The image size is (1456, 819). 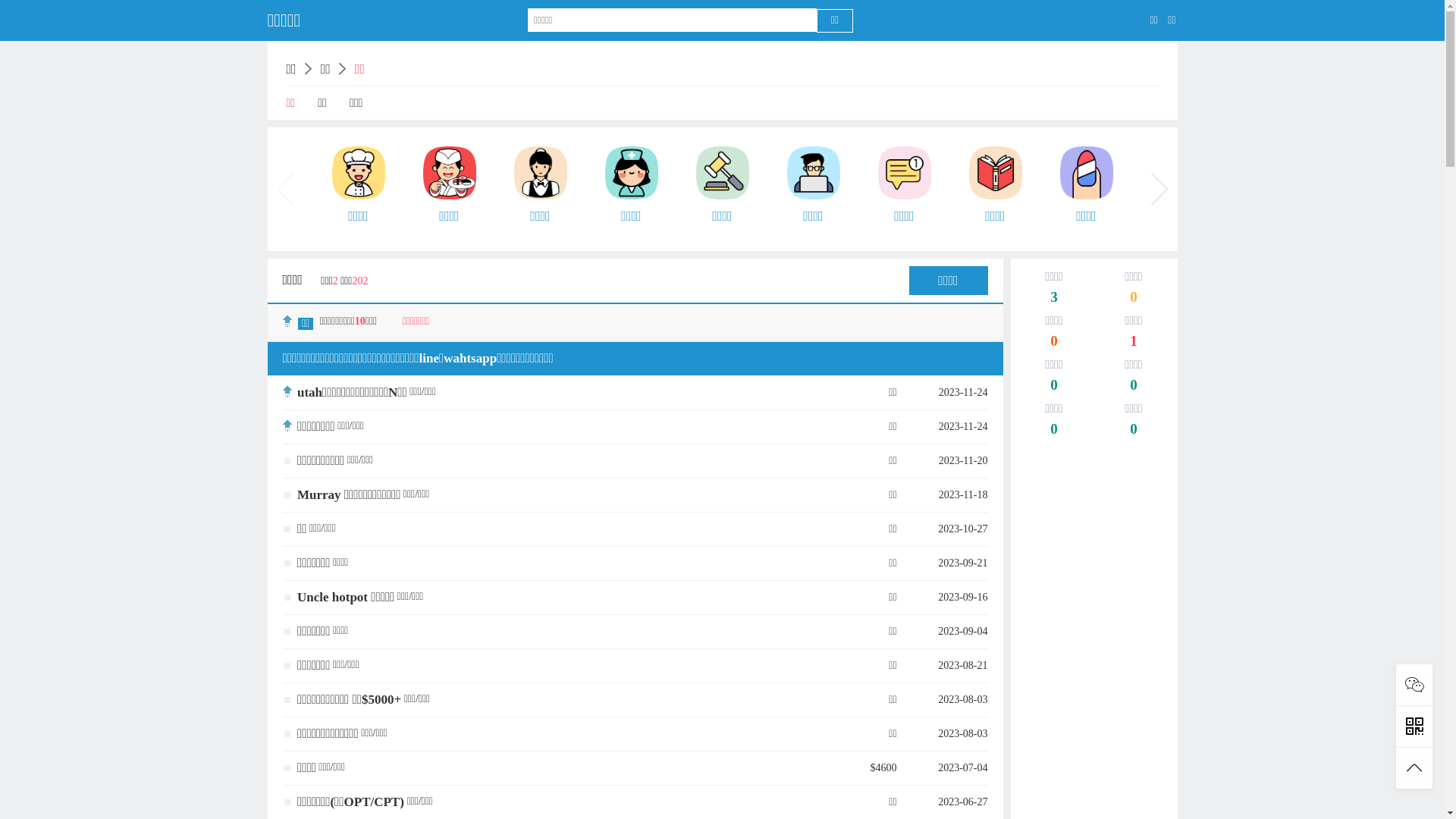 I want to click on 'Advertisement', so click(x=1093, y=688).